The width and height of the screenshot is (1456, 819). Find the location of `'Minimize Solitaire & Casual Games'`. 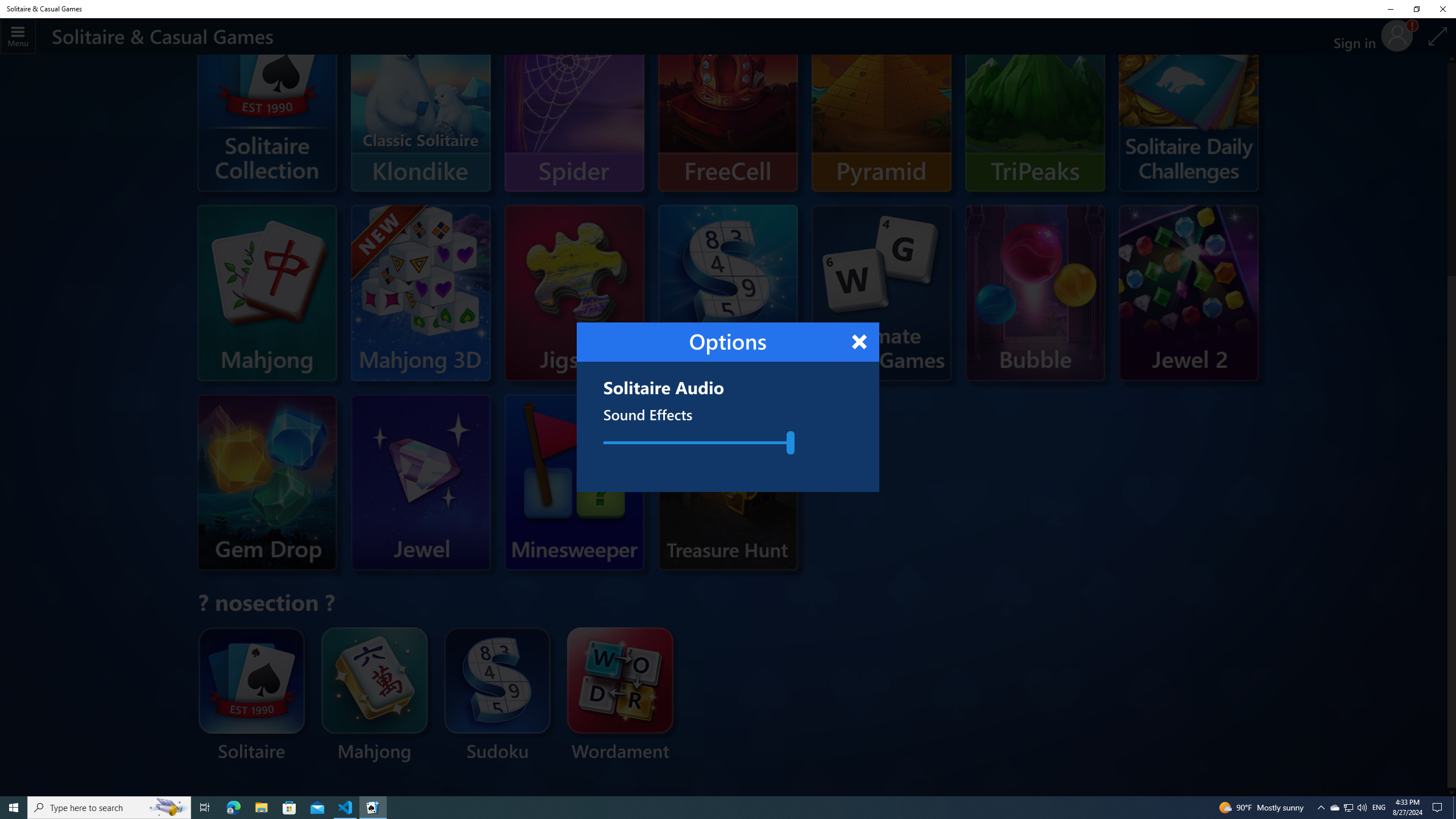

'Minimize Solitaire & Casual Games' is located at coordinates (1389, 9).